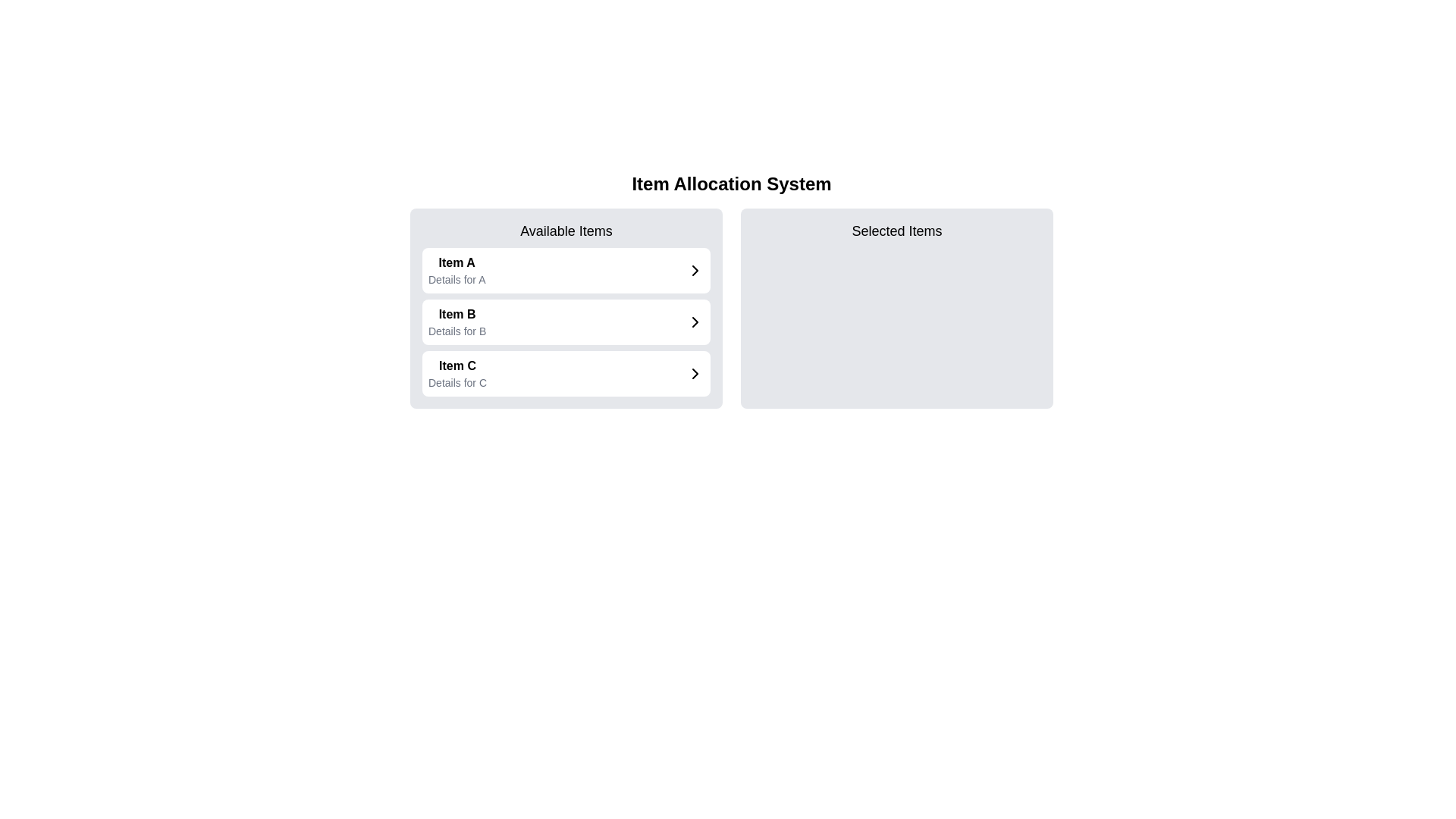 This screenshot has width=1456, height=819. Describe the element at coordinates (566, 270) in the screenshot. I see `the first list item labeled 'Item A'` at that location.